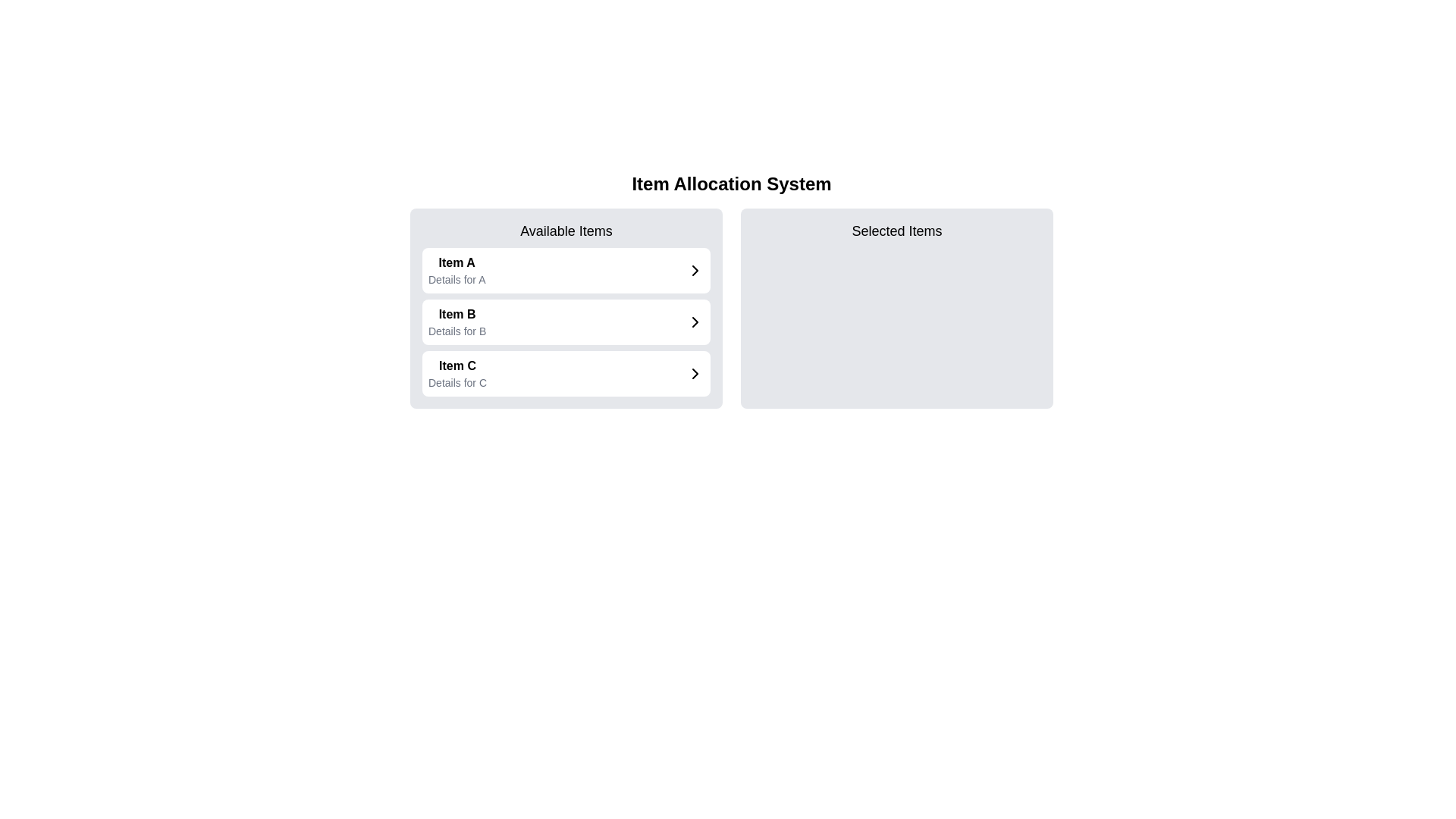 This screenshot has width=1456, height=819. Describe the element at coordinates (566, 270) in the screenshot. I see `the first list item labeled 'Item A'` at that location.